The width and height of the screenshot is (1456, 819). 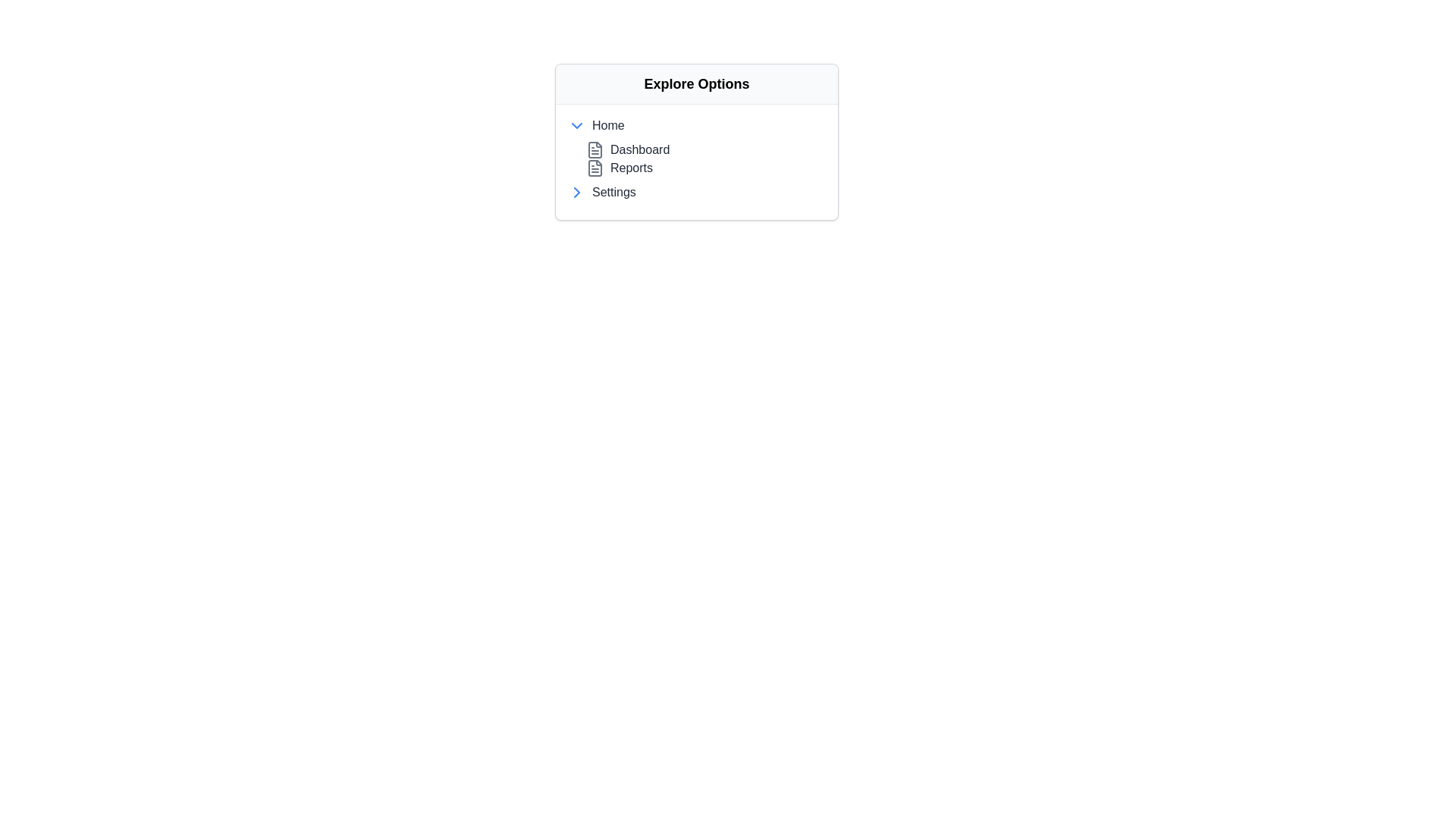 I want to click on the 'Settings' navigation list item, which is the fourth item in the vertical list under the panel labeled 'Explore Options', so click(x=695, y=192).